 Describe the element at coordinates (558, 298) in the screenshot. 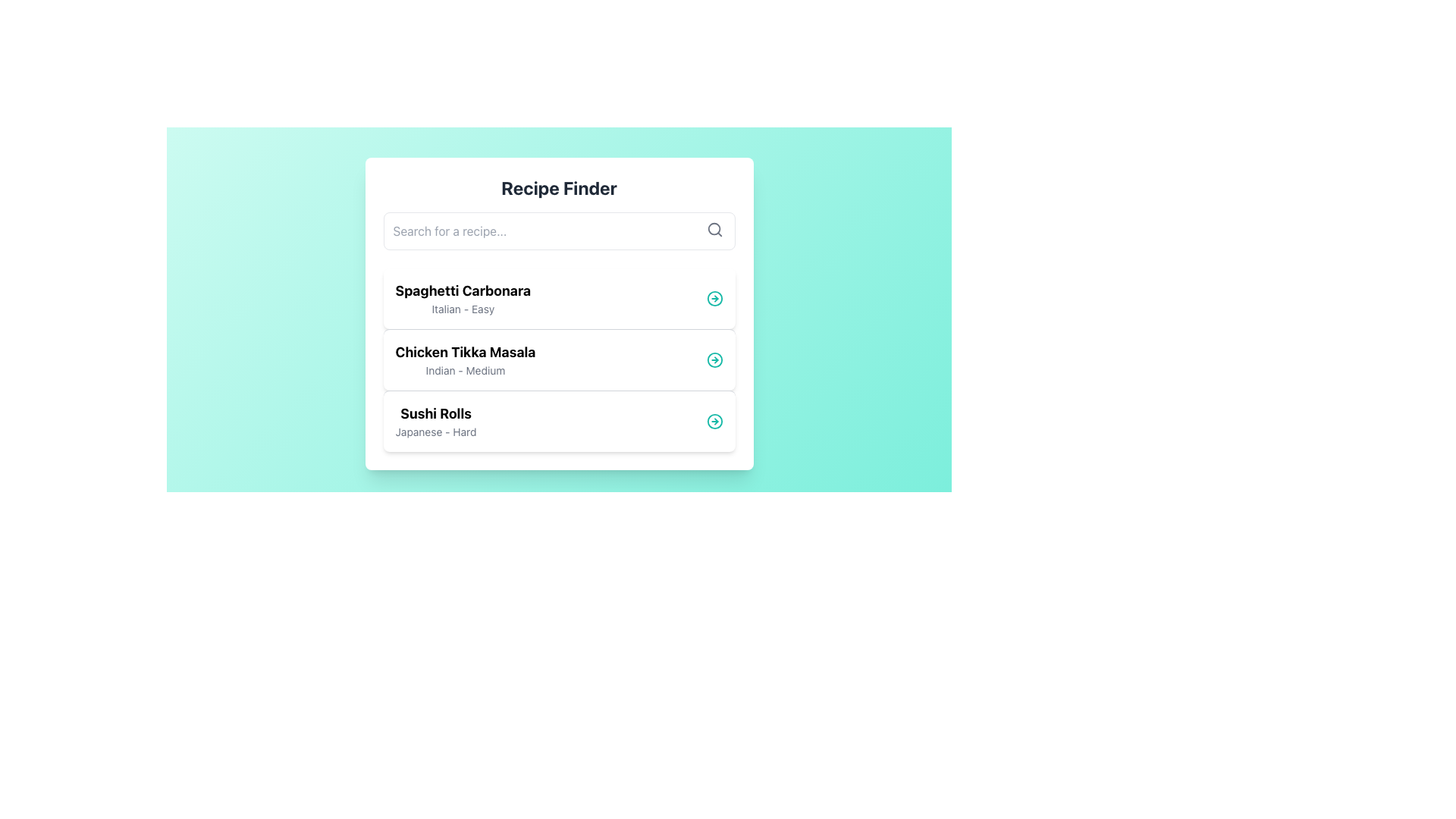

I see `the first recipe item in the recipe finder interface, located below the 'Recipe Finder' search bar` at that location.